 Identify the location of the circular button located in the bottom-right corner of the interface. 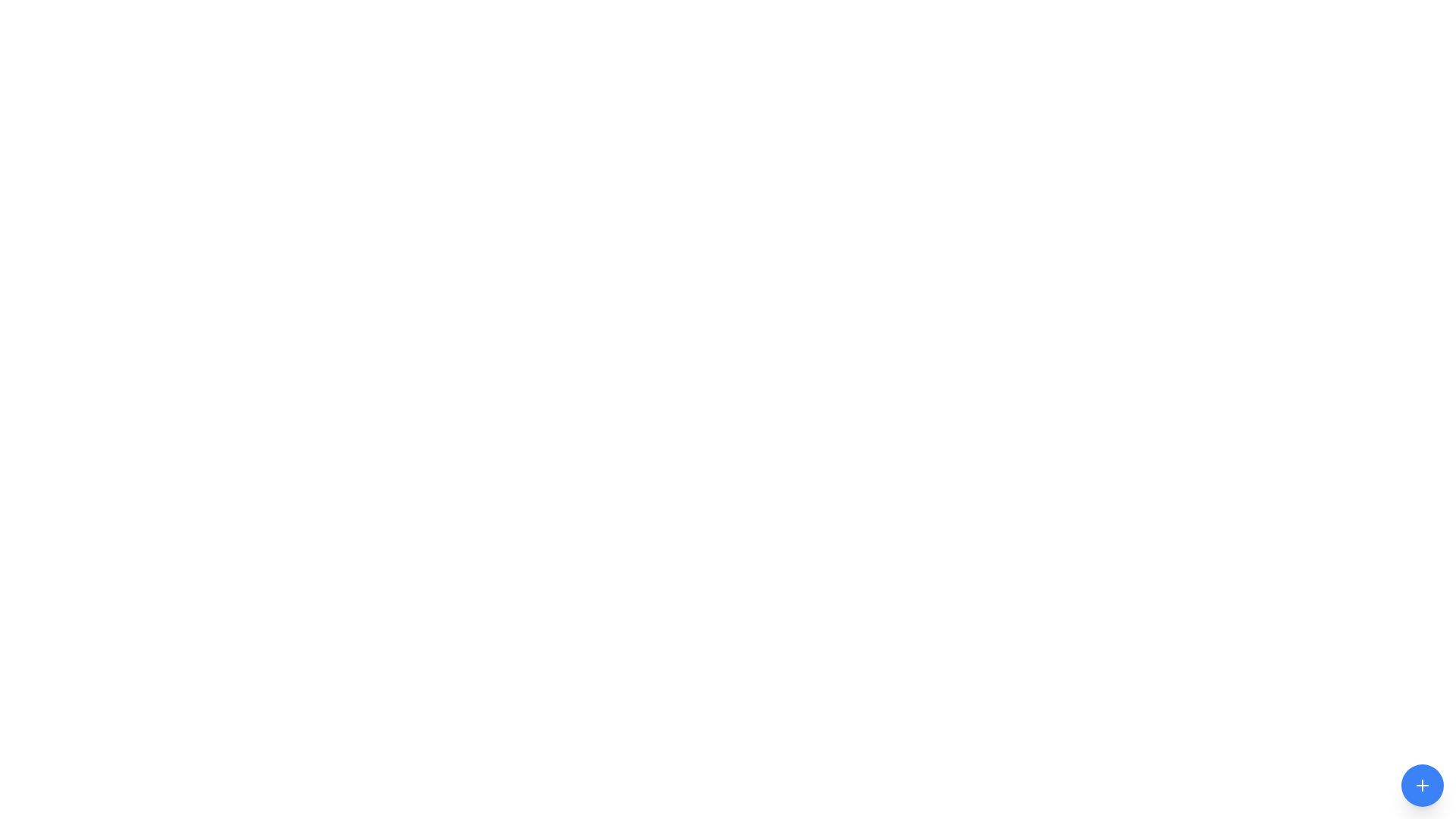
(1422, 785).